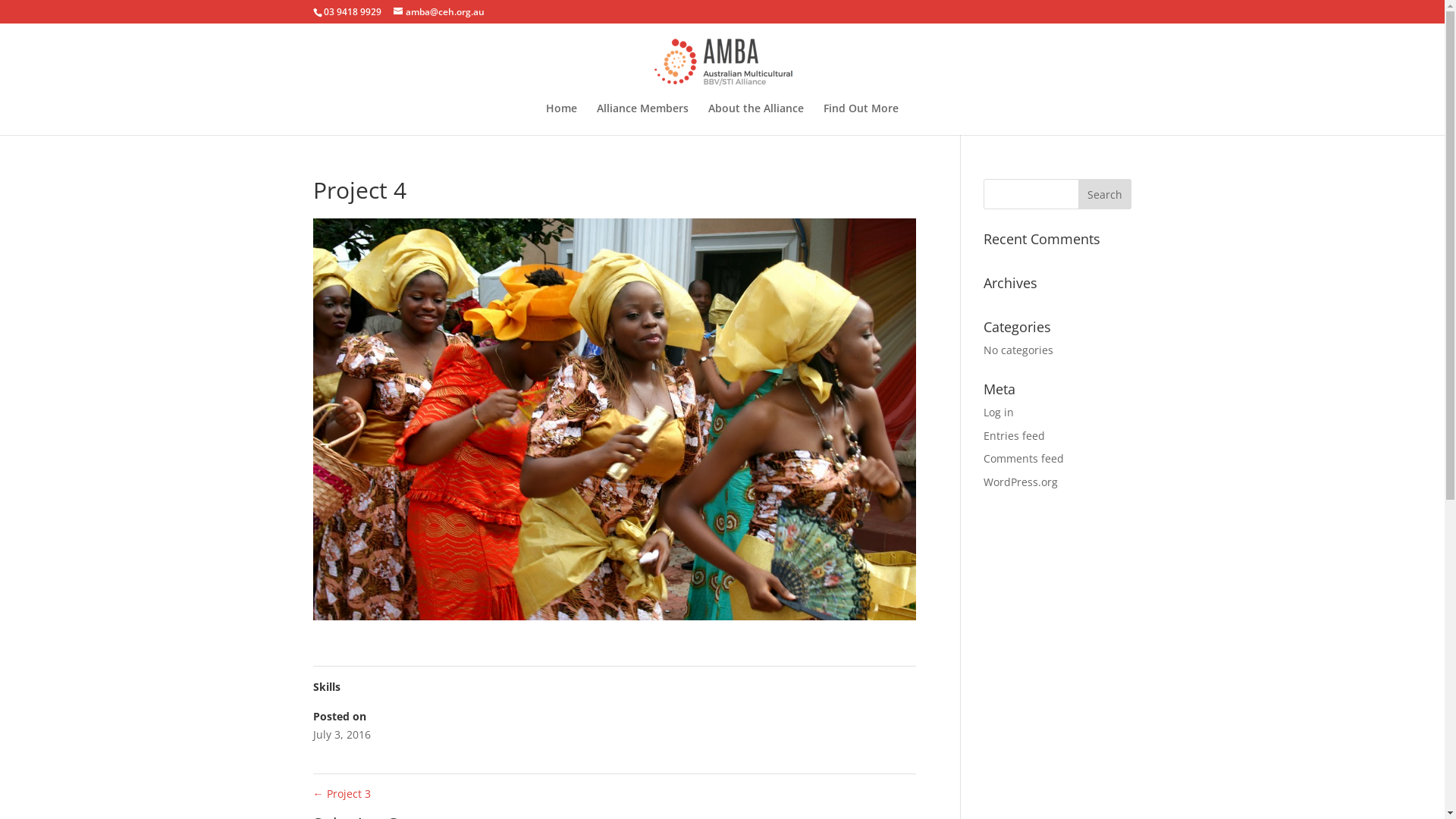 The width and height of the screenshot is (1456, 819). I want to click on 'amba@ceh.org.au', so click(437, 11).